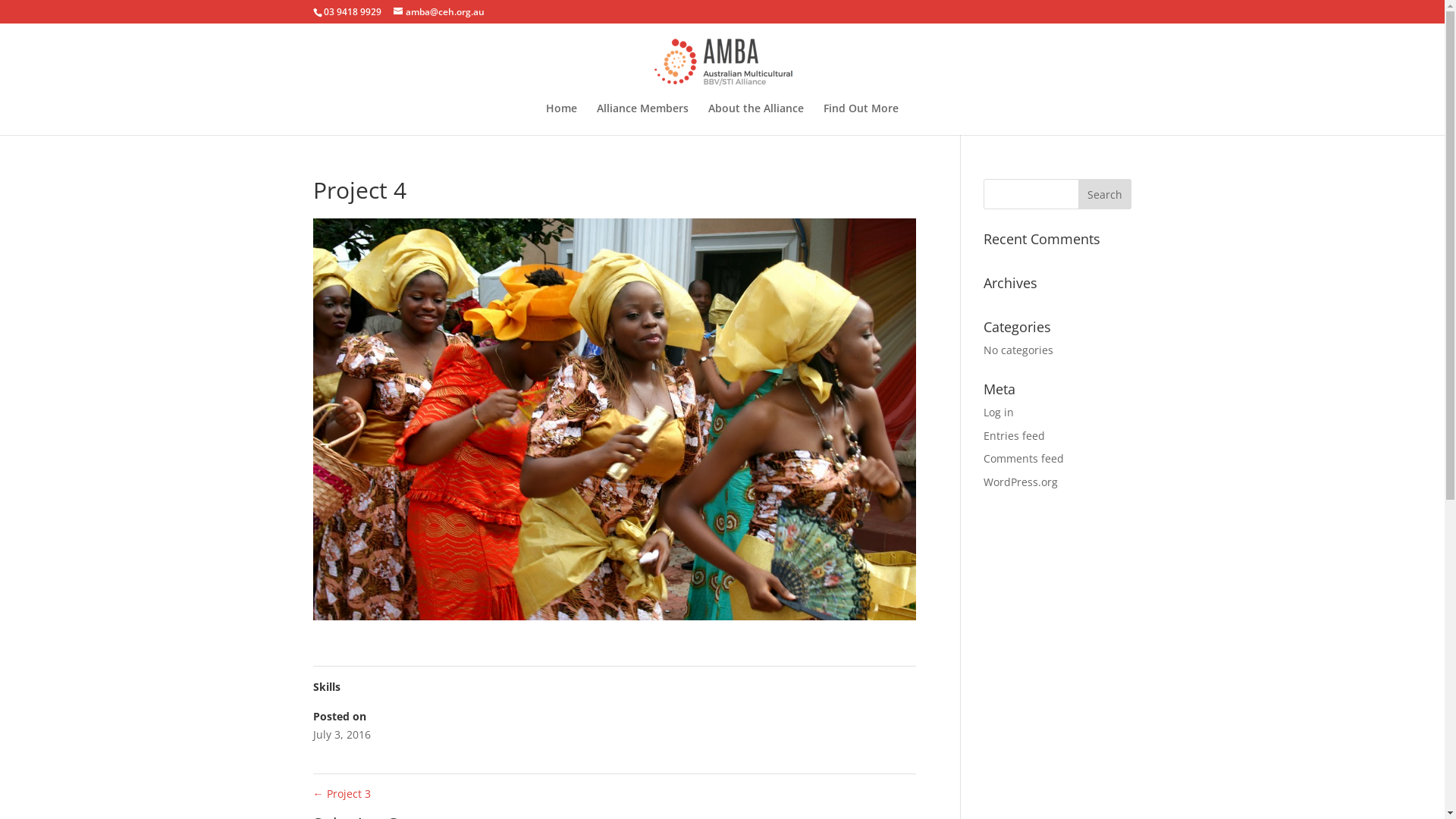 The width and height of the screenshot is (1456, 819). I want to click on 'amba@ceh.org.au', so click(437, 11).